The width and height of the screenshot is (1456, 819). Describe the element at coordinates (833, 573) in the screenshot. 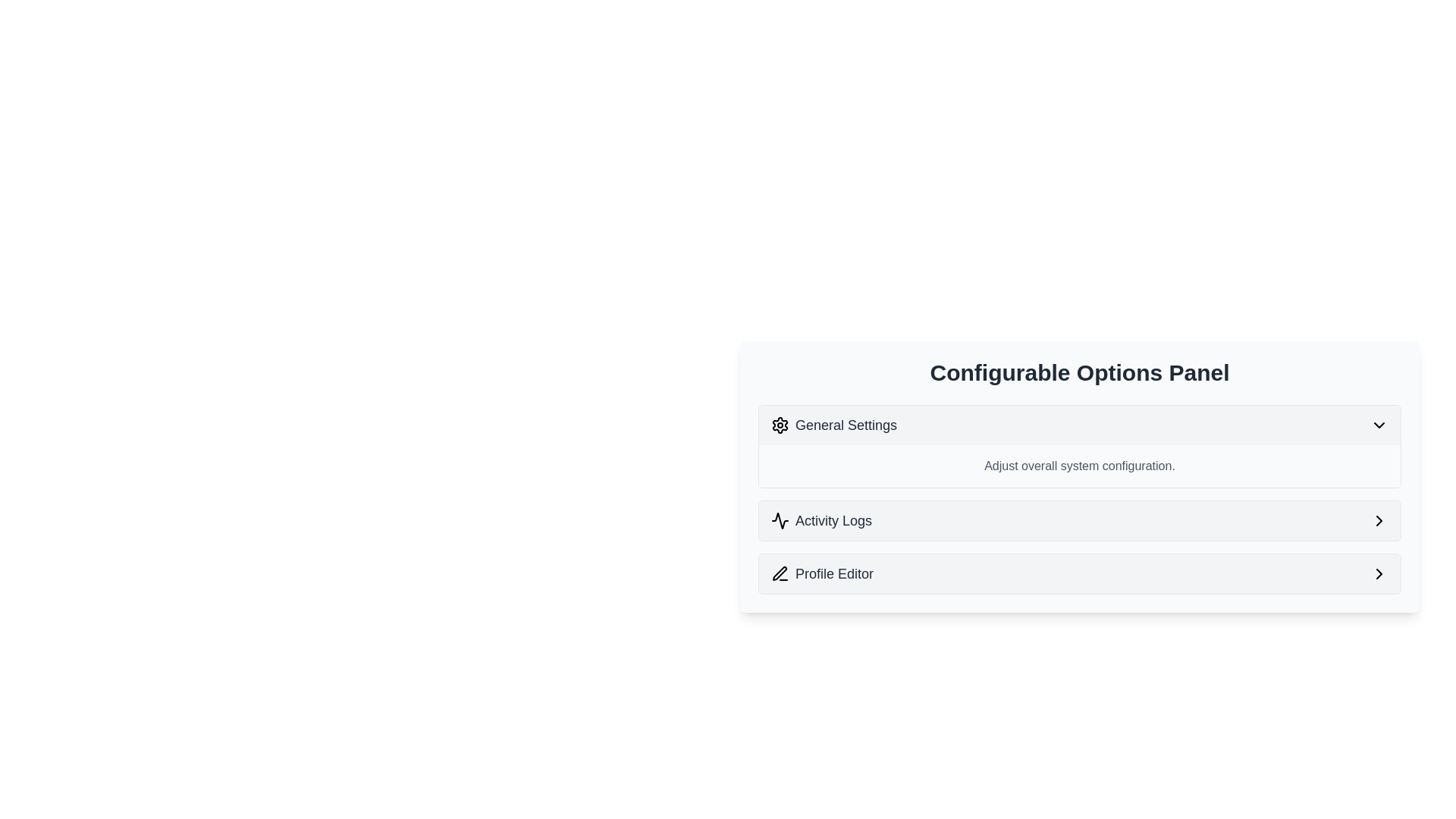

I see `the 'Profile Editor' text label, which is styled in gray and located to the right of a pen icon in the settings menu` at that location.